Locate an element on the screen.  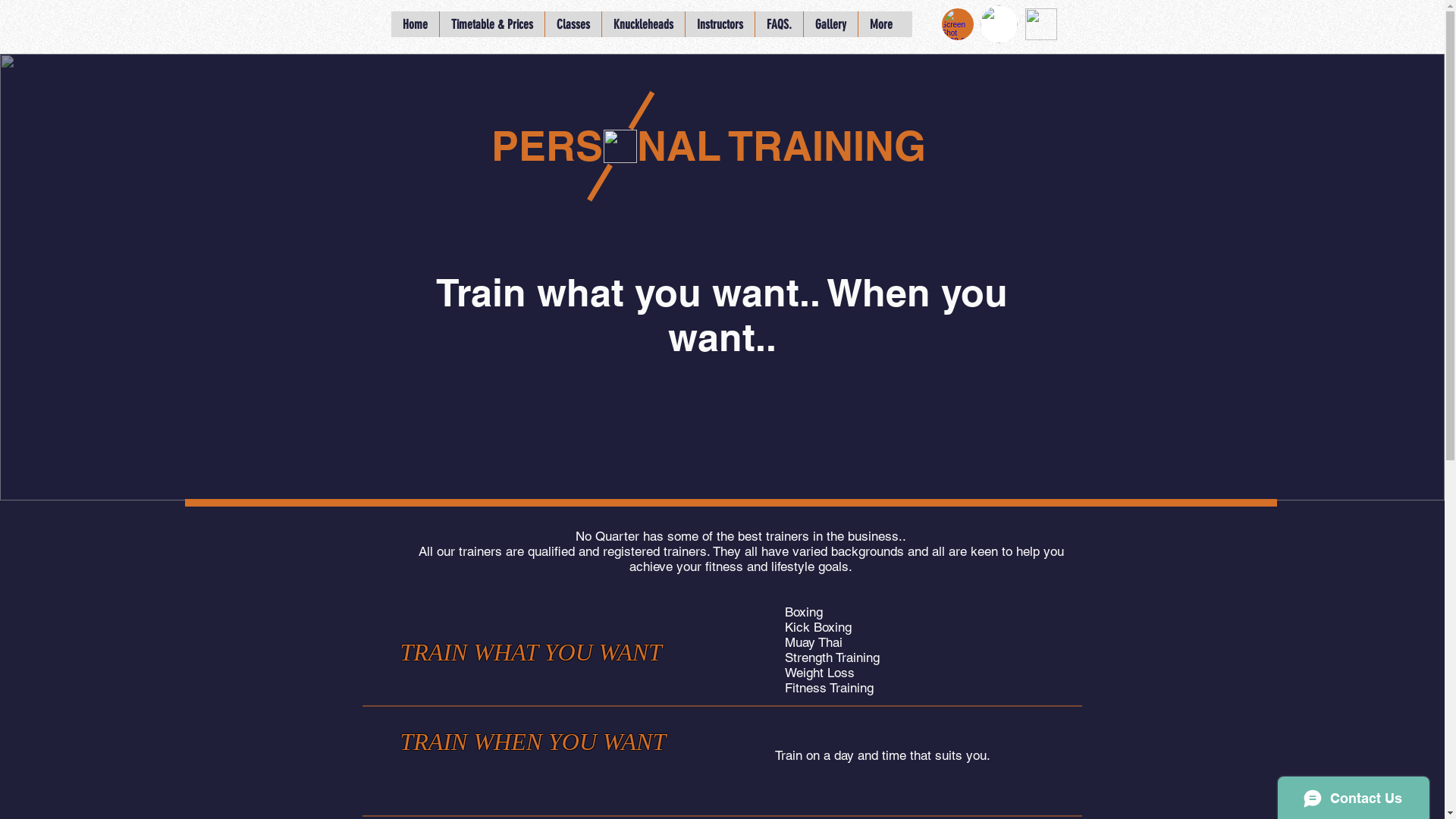
'Screen%20Shot%202020-01-18%20at%2011.51_' is located at coordinates (956, 24).